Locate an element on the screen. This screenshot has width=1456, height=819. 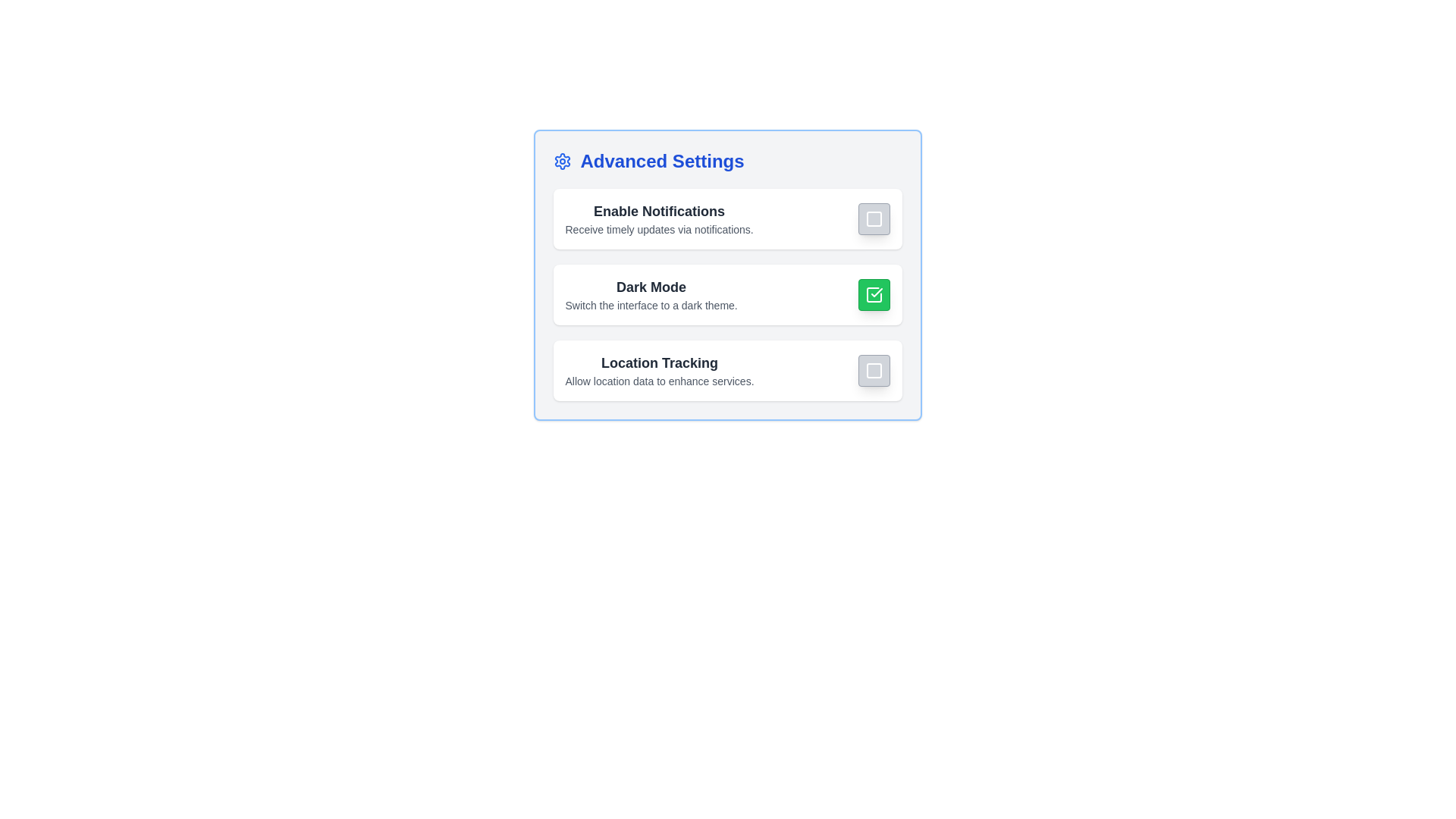
the green square button with rounded corners and a checkmark icon is located at coordinates (874, 295).